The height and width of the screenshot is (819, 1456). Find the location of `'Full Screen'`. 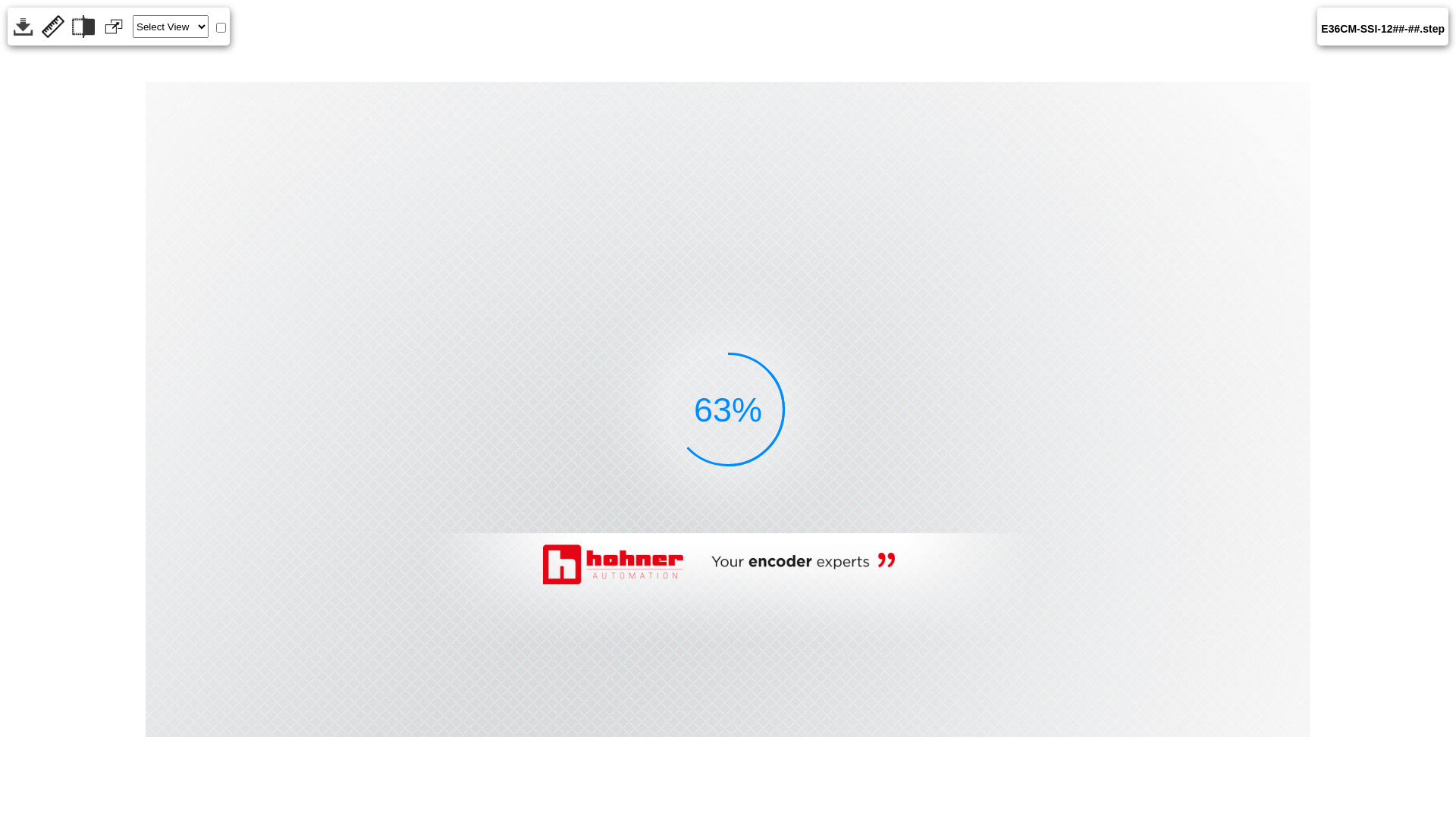

'Full Screen' is located at coordinates (112, 26).